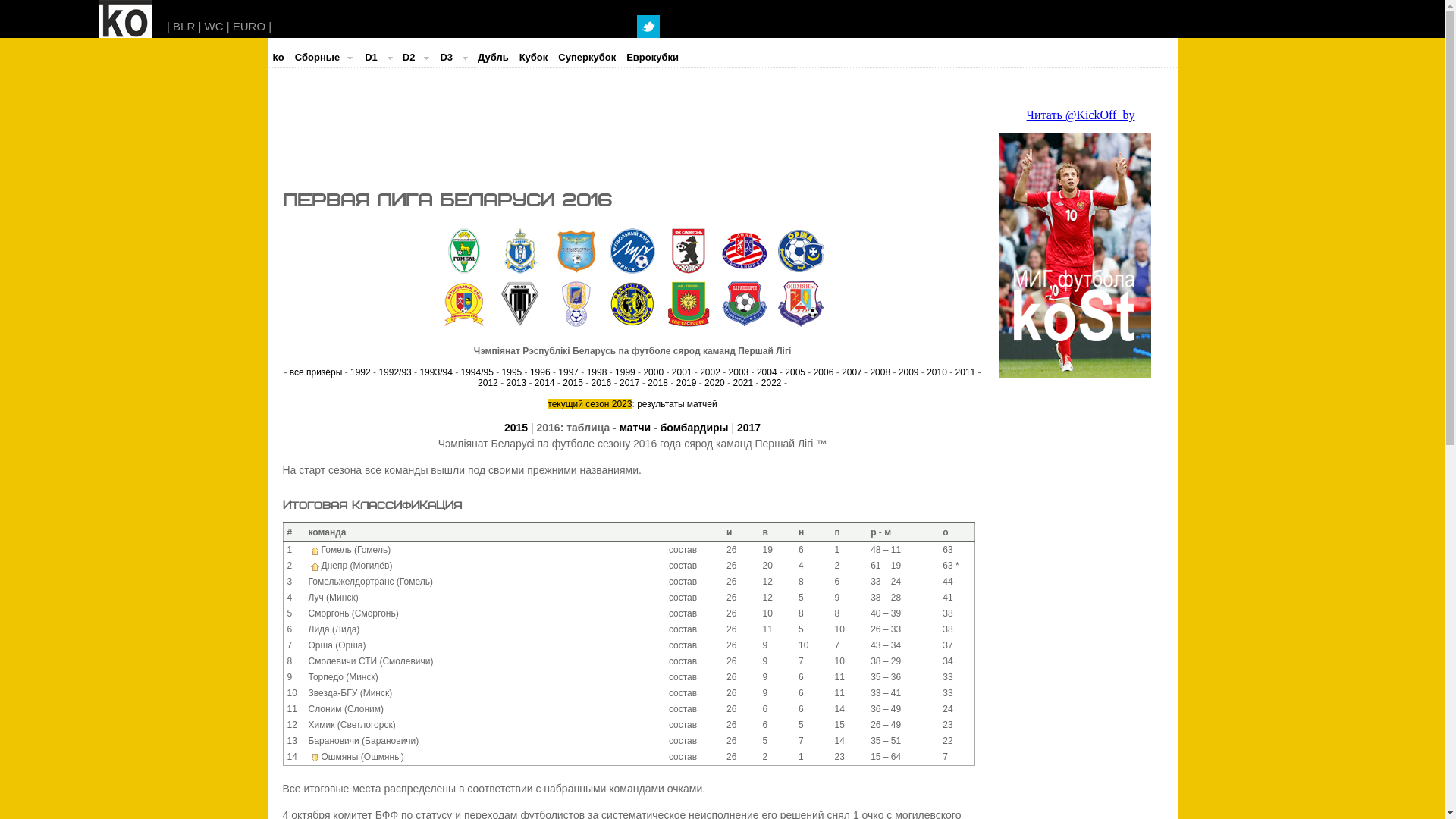  I want to click on '1994/95', so click(476, 372).